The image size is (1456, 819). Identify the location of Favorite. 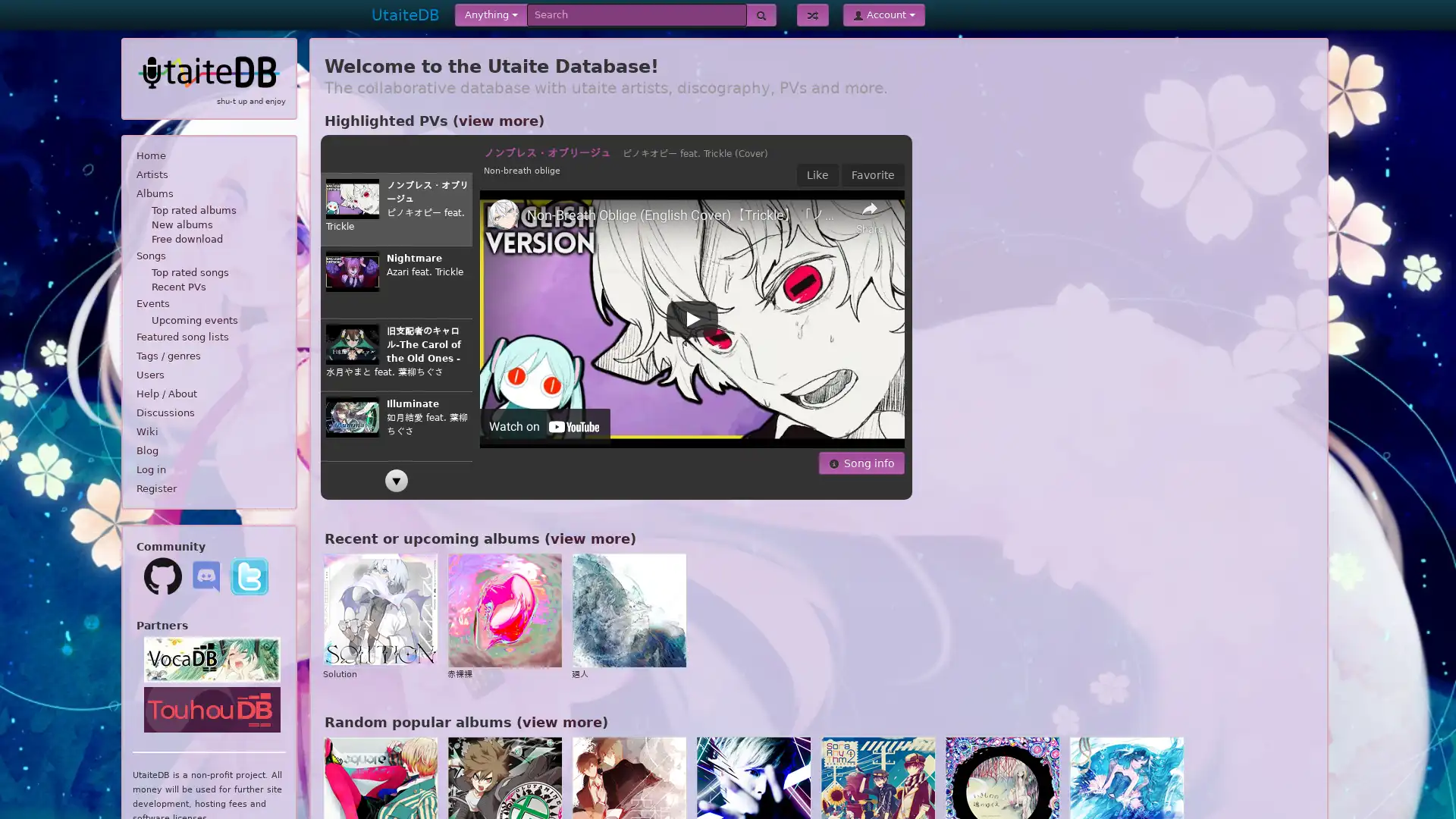
(873, 174).